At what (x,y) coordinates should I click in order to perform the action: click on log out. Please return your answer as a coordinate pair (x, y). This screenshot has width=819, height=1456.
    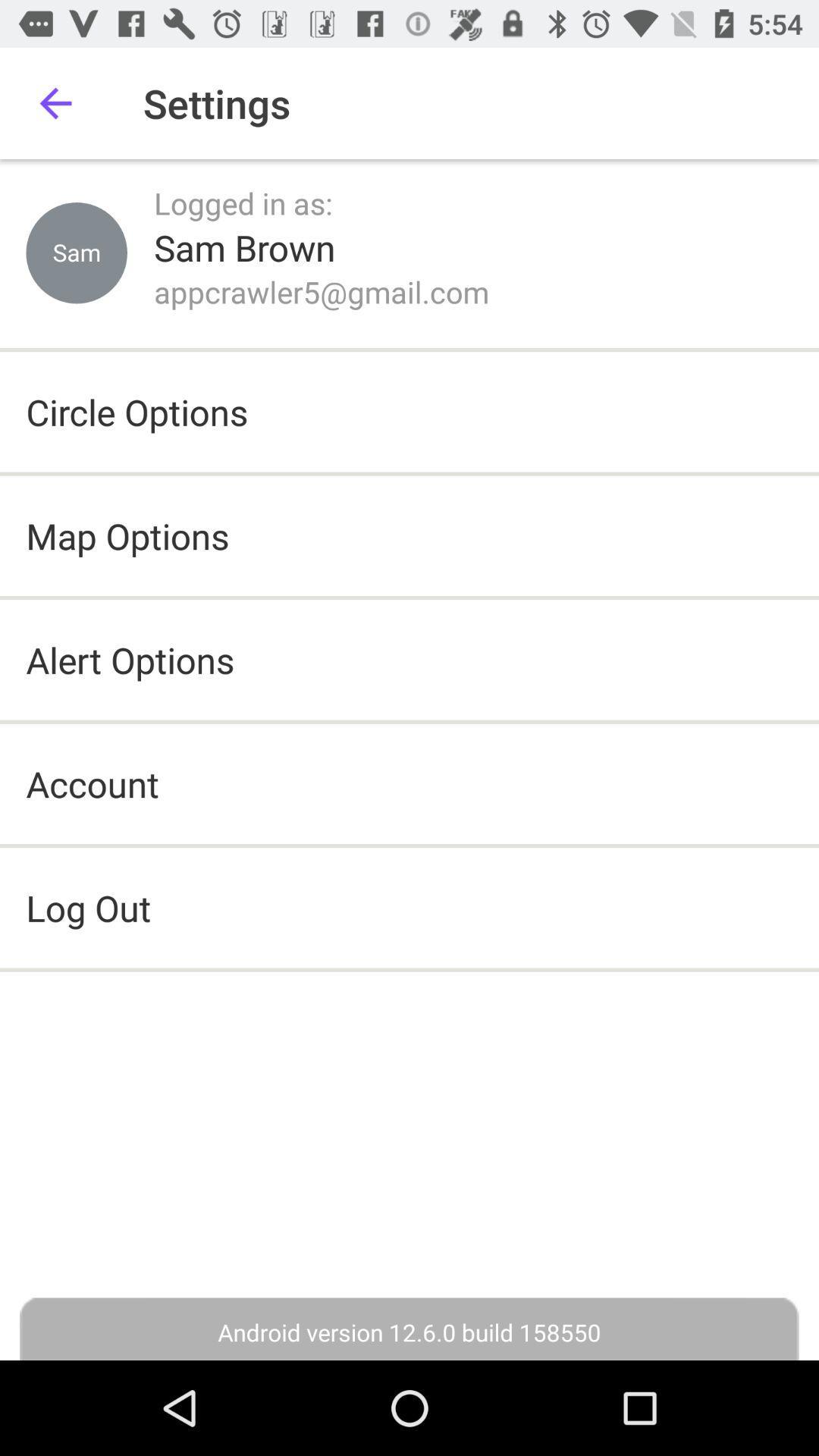
    Looking at the image, I should click on (409, 908).